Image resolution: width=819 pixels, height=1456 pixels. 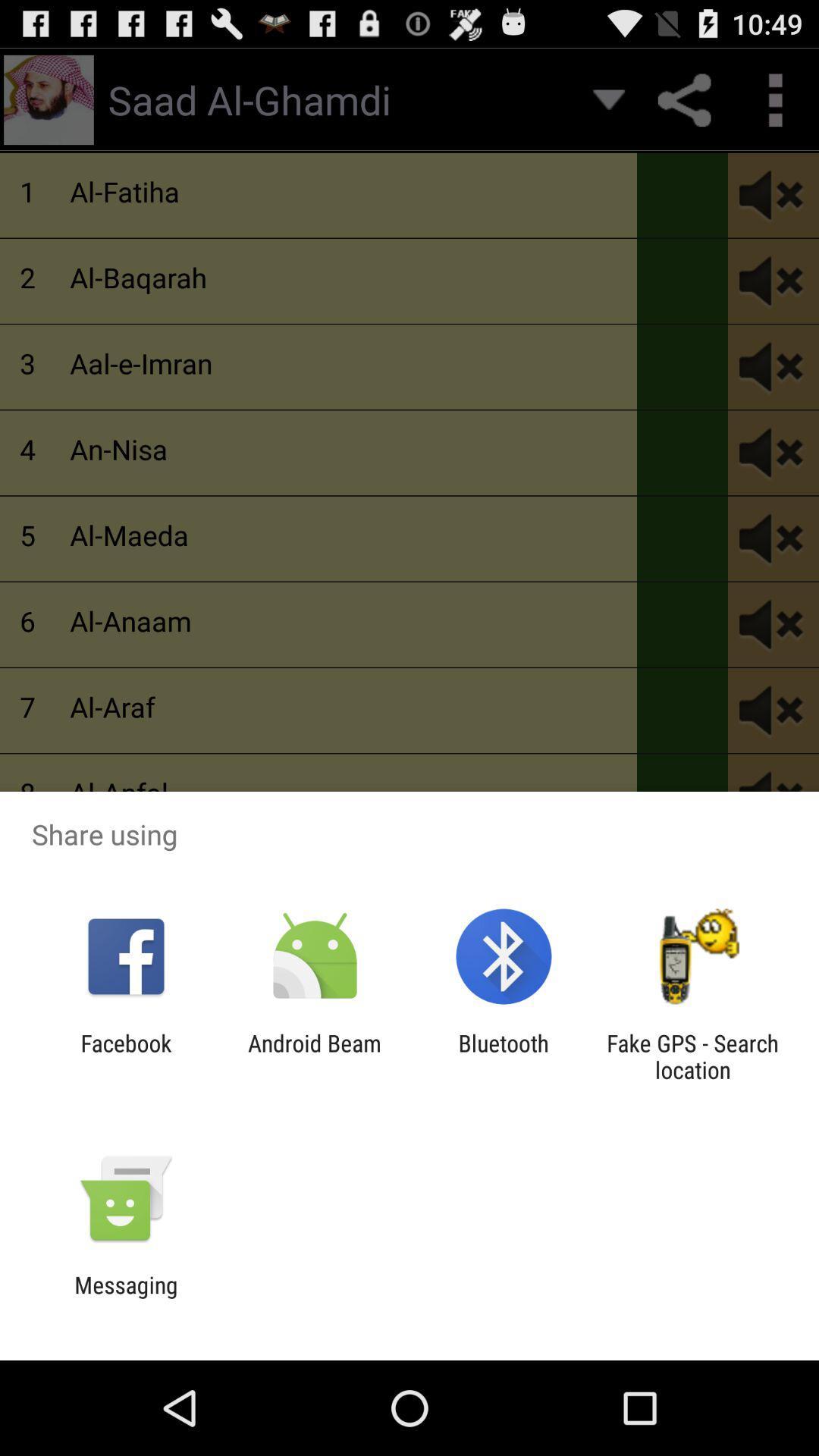 I want to click on app to the right of bluetooth app, so click(x=692, y=1056).